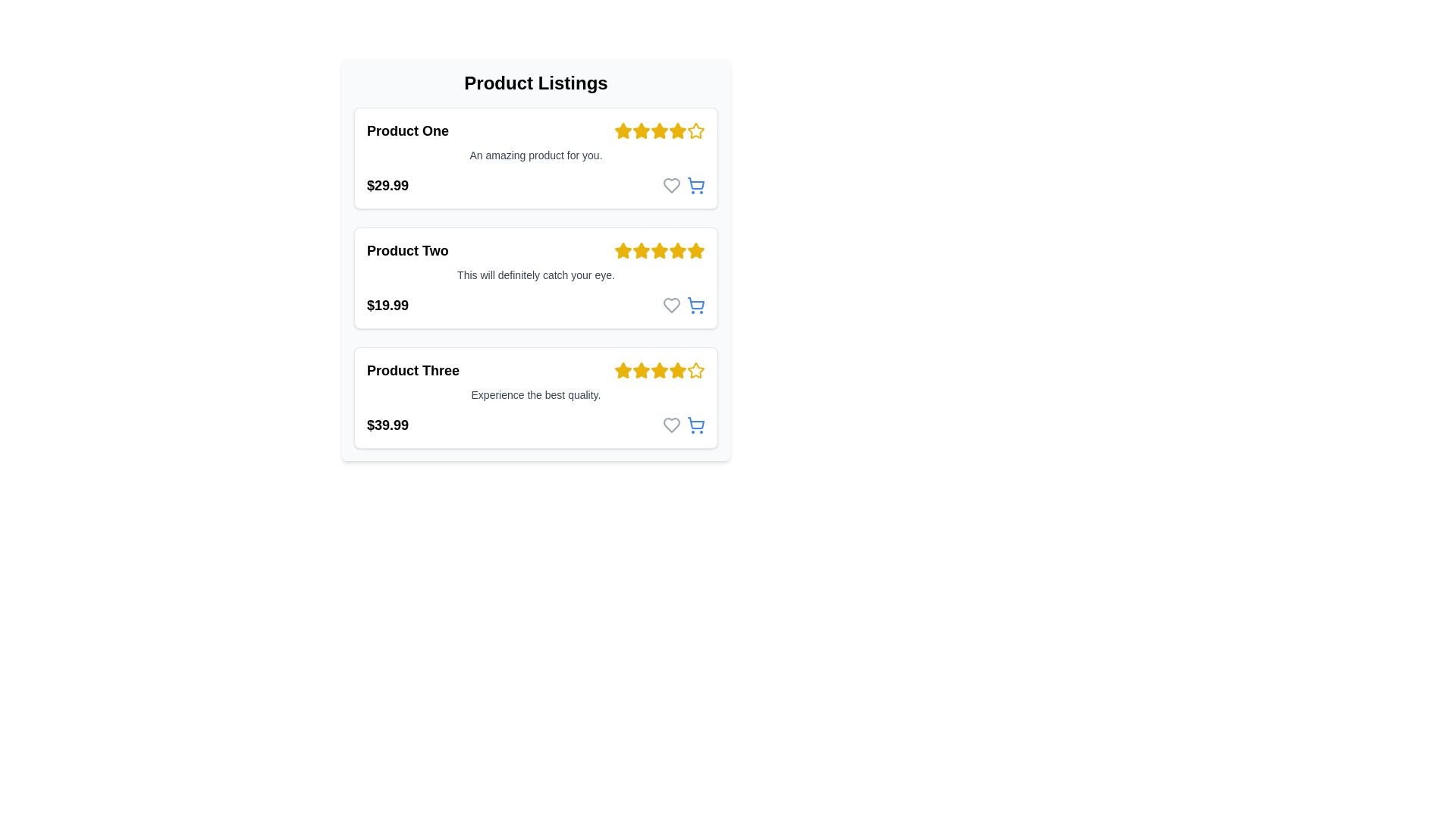 This screenshot has width=1456, height=819. What do you see at coordinates (659, 130) in the screenshot?
I see `the fourth star icon in the 5-star rating component of the first product listing to assign a rating` at bounding box center [659, 130].